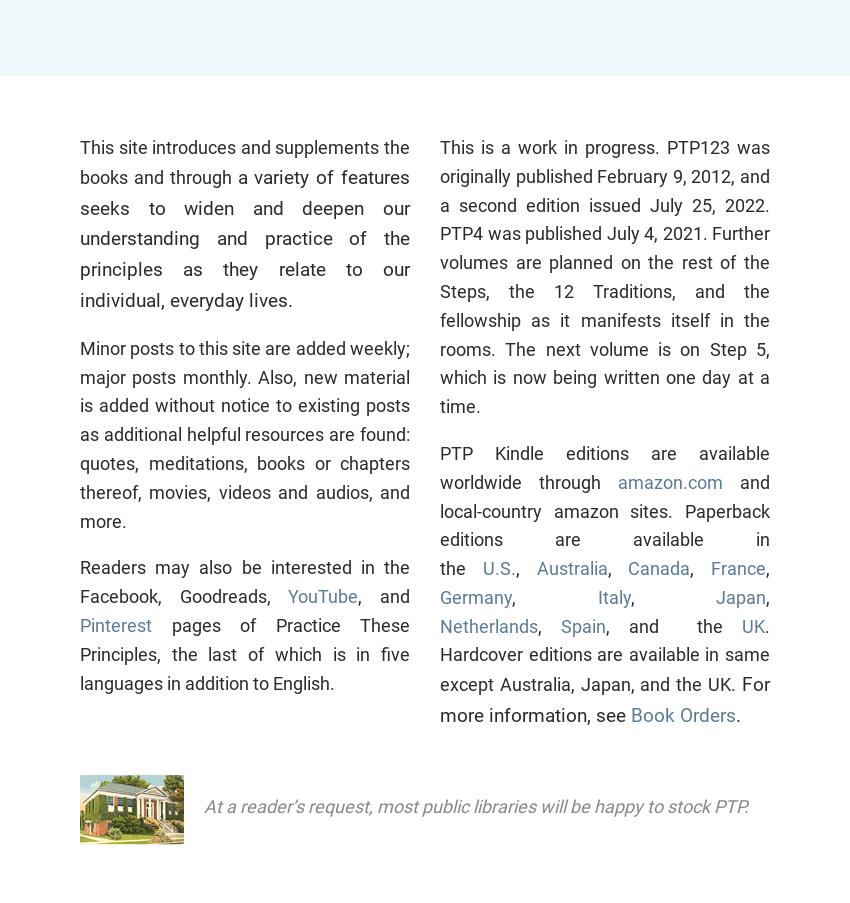 This screenshot has height=903, width=850. What do you see at coordinates (561, 625) in the screenshot?
I see `'Spain'` at bounding box center [561, 625].